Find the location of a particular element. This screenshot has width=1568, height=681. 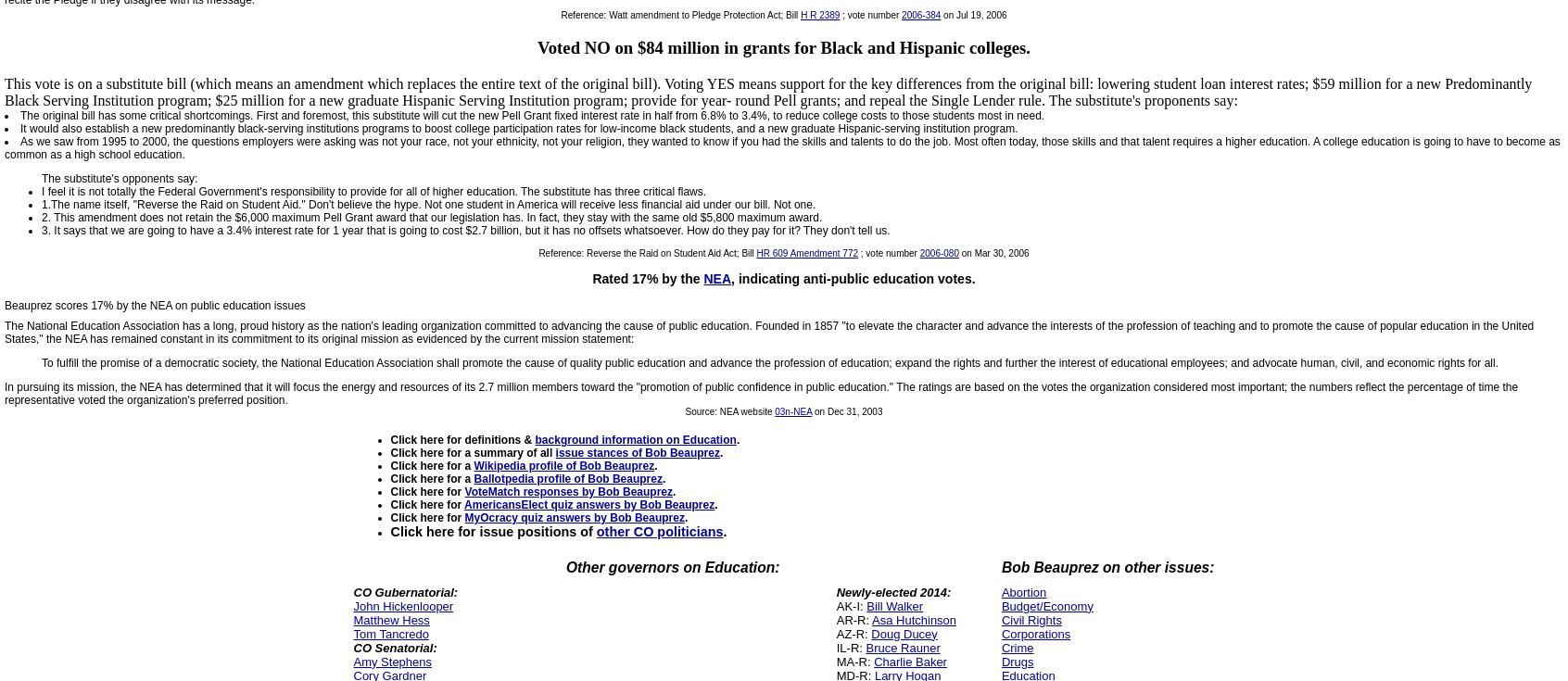

'MA-R:' is located at coordinates (835, 661).